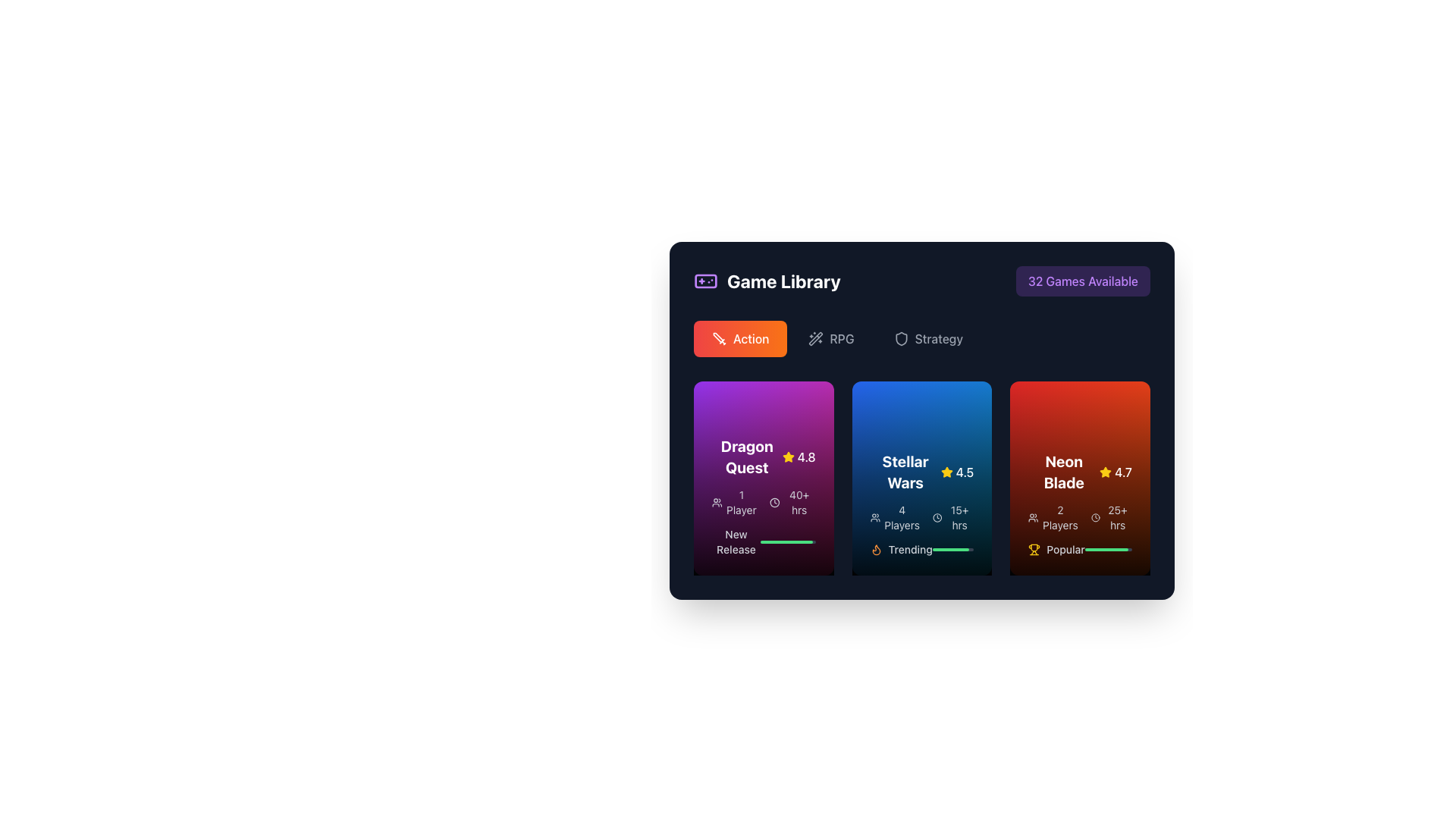 Image resolution: width=1456 pixels, height=819 pixels. Describe the element at coordinates (901, 338) in the screenshot. I see `the visual state of the shield-shaped icon outlined with a light color on a dark background, located at the top left corner of the dashboard near the 'Game Library' text` at that location.